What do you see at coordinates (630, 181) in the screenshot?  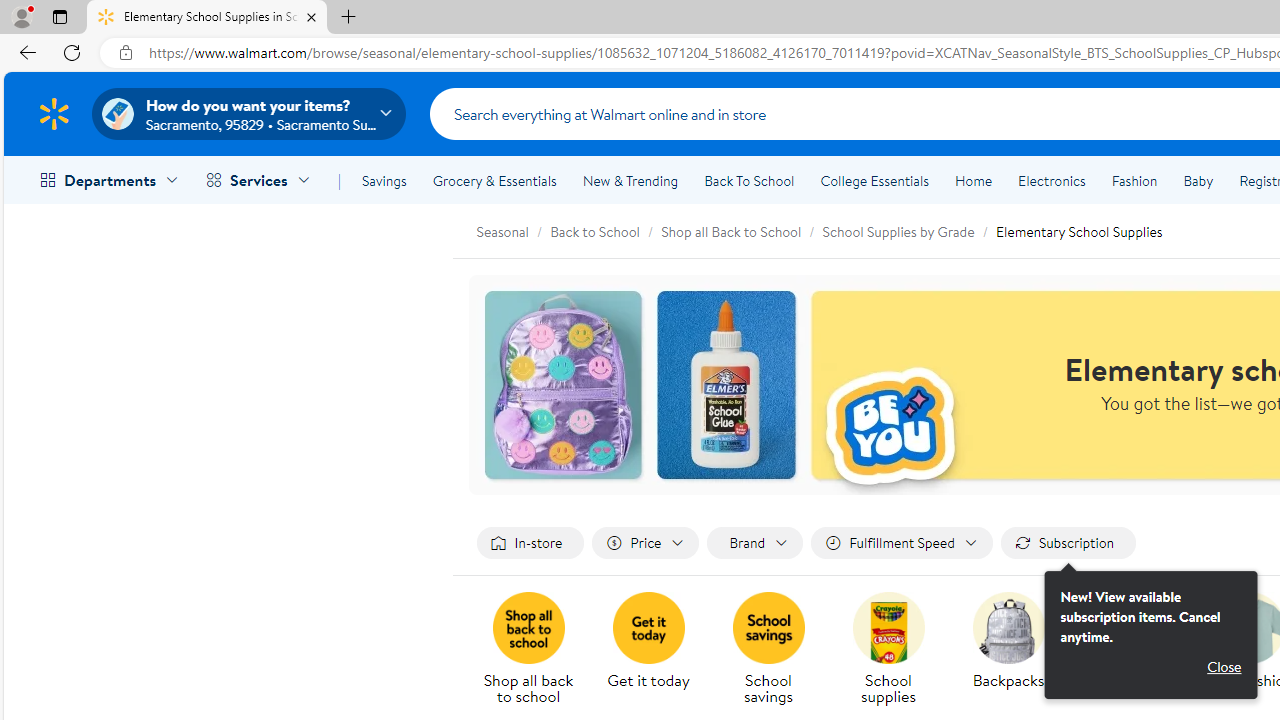 I see `'New & Trending'` at bounding box center [630, 181].